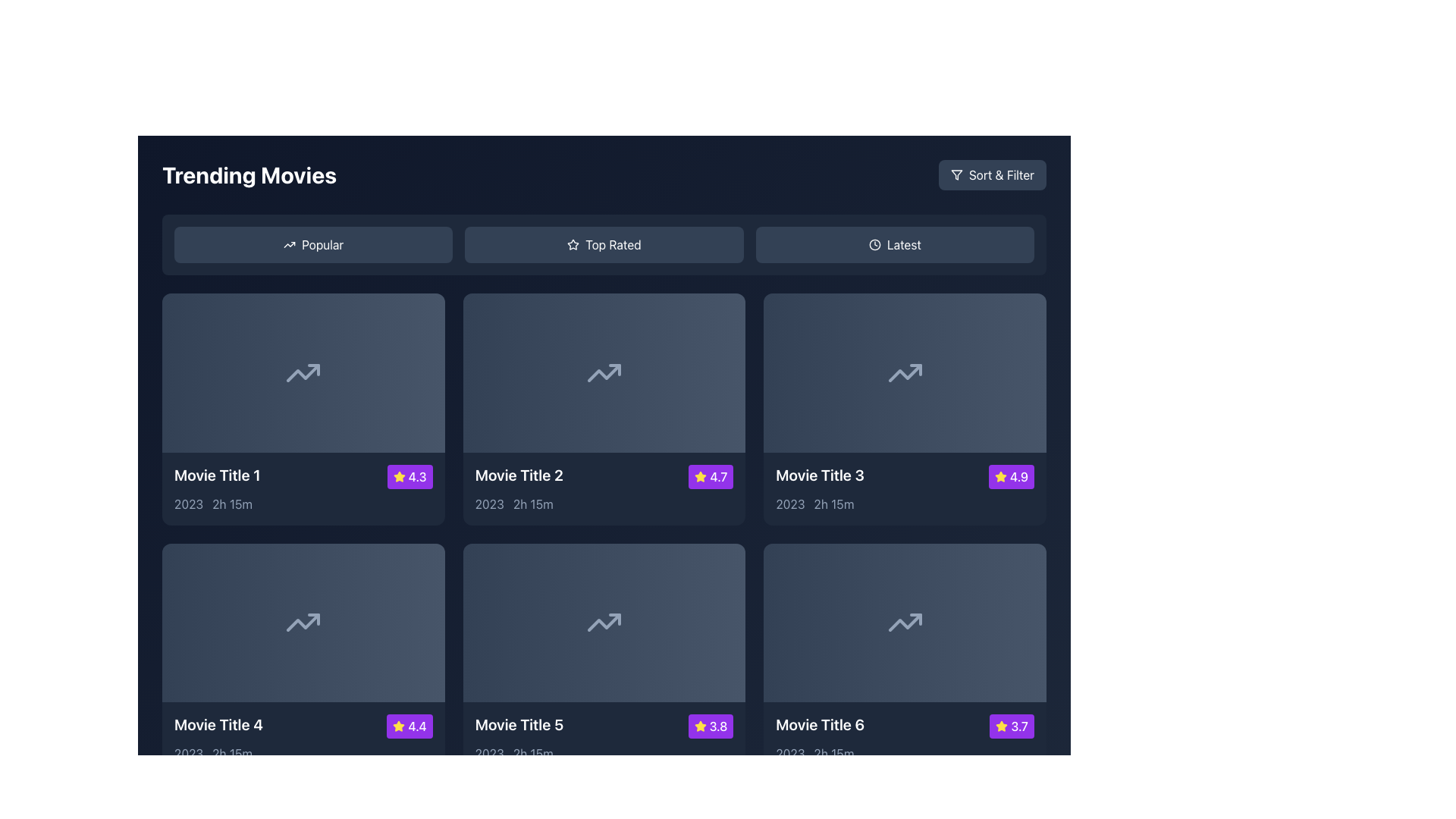  What do you see at coordinates (613, 244) in the screenshot?
I see `the 'Top Rated' text label within the button` at bounding box center [613, 244].